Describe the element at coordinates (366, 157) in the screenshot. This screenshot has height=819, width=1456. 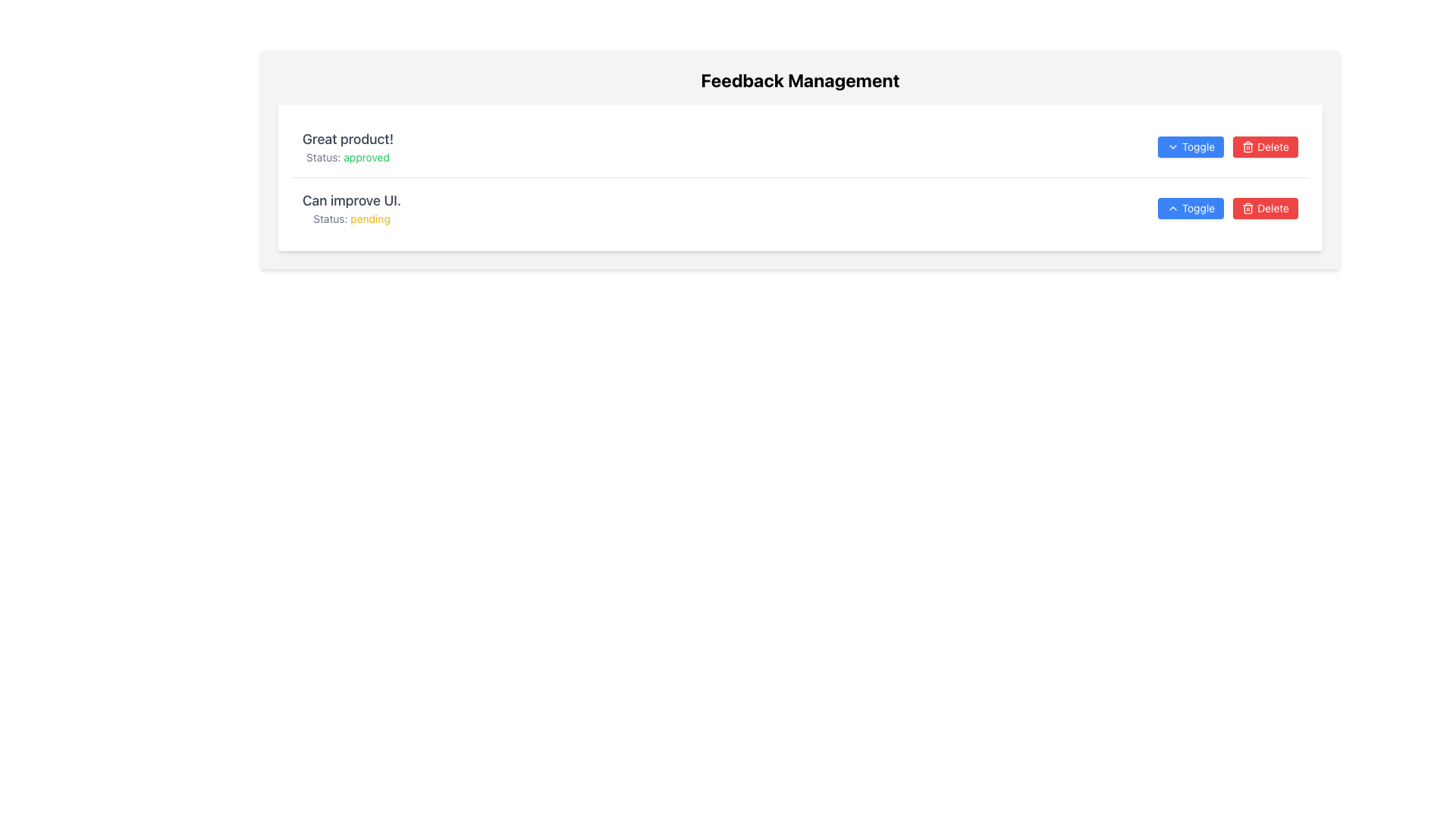
I see `the text 'approved' which is styled in green and part of the label 'Status: approved' indicating approval status in the first feedback entry labeled 'Great product!'` at that location.